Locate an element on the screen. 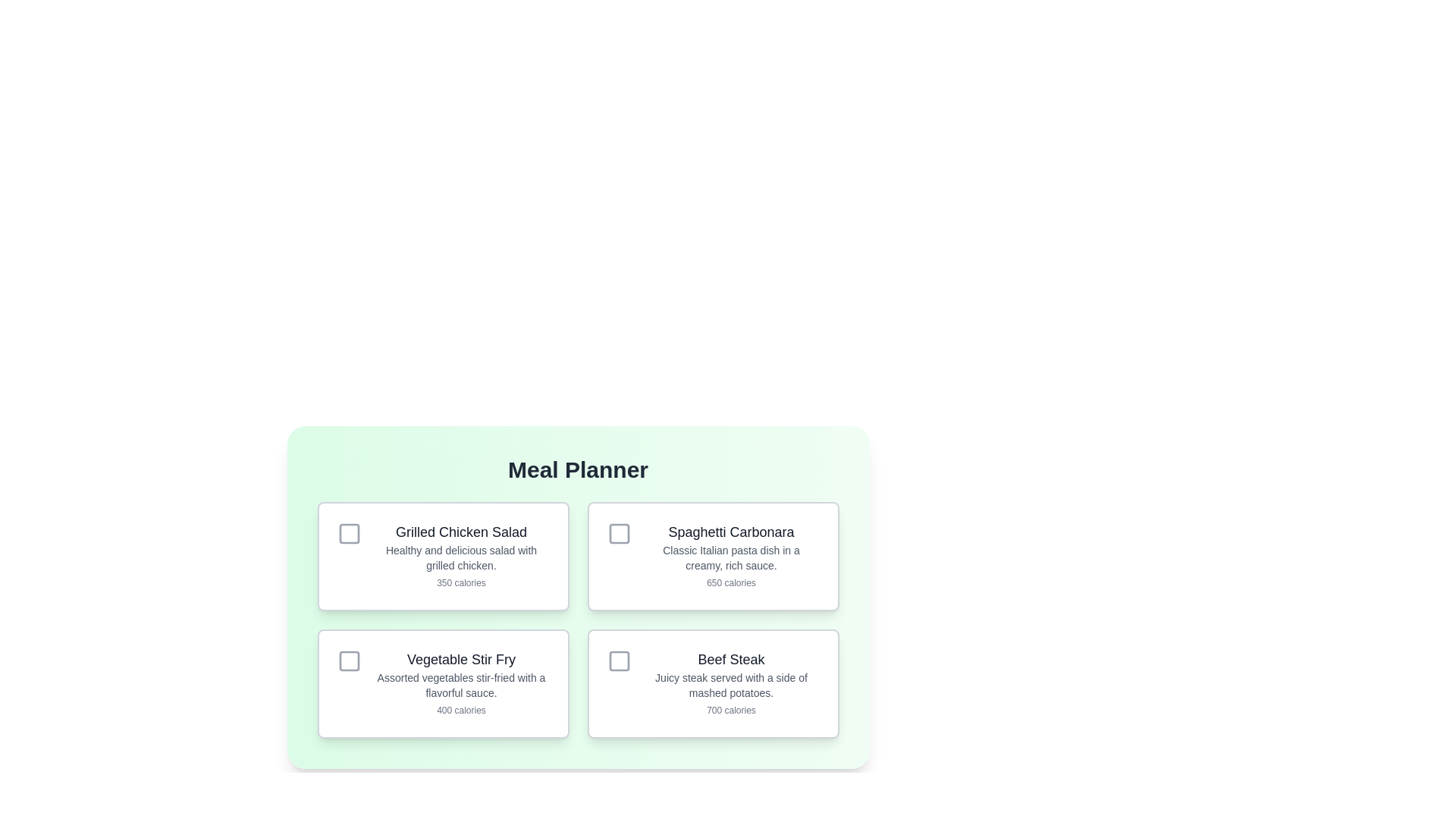  detailed description of the meal that appears below the 'Spaghetti Carbonara' title and above the '650 calories' label in the upper-right quadrant of the green 'Meal Planner' interface is located at coordinates (731, 558).